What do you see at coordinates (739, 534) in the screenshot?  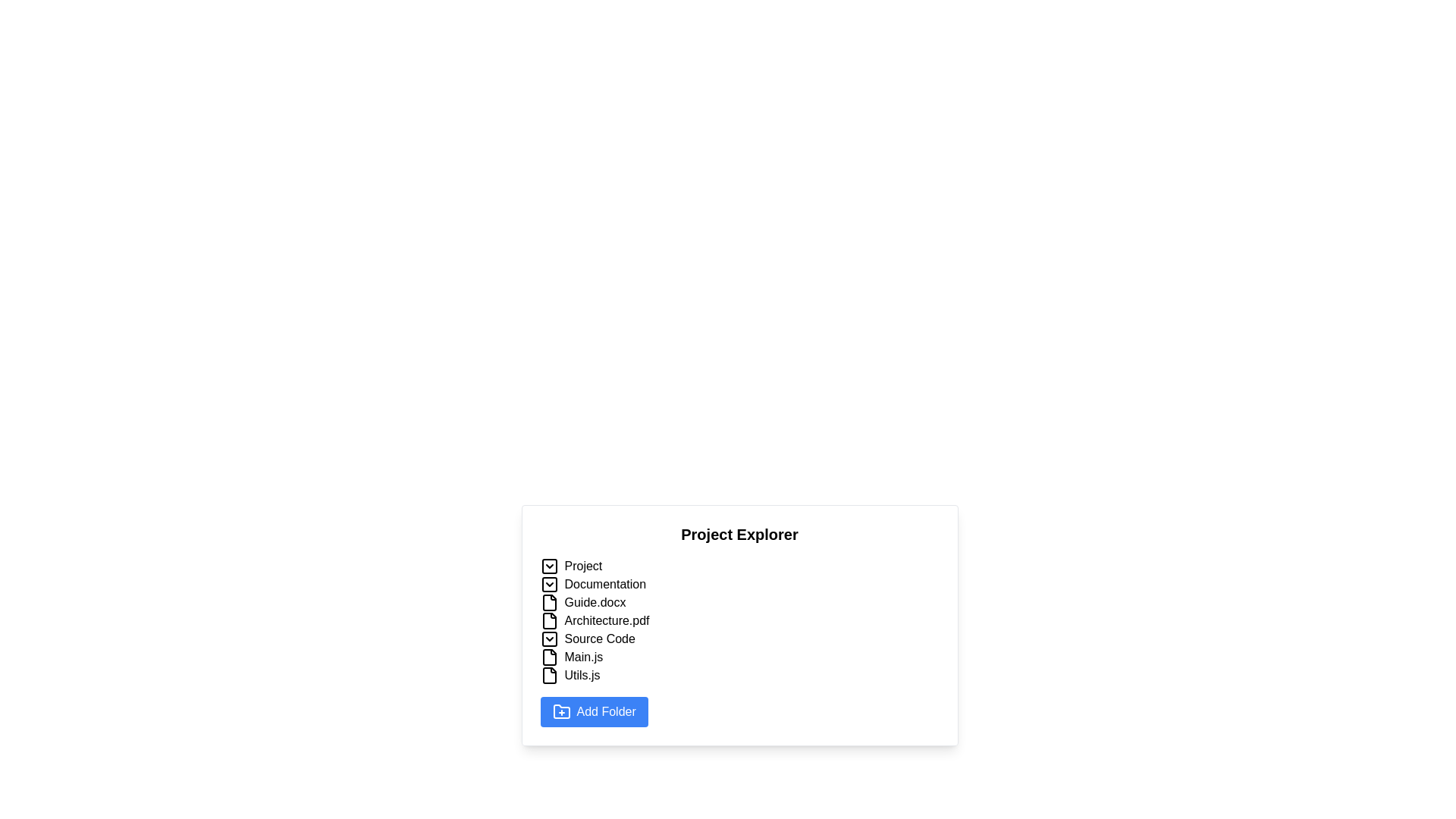 I see `the central Text Label that identifies the content of the 'Project Explorer' panel` at bounding box center [739, 534].